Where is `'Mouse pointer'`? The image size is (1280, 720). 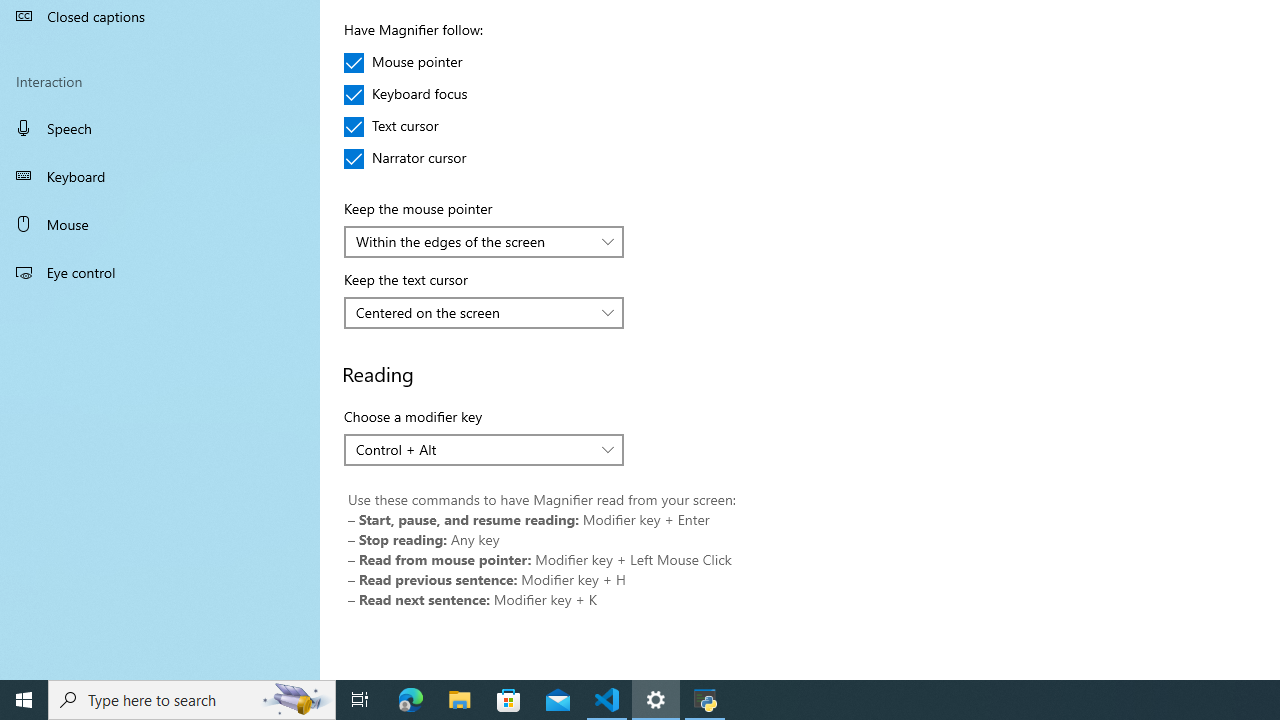
'Mouse pointer' is located at coordinates (402, 61).